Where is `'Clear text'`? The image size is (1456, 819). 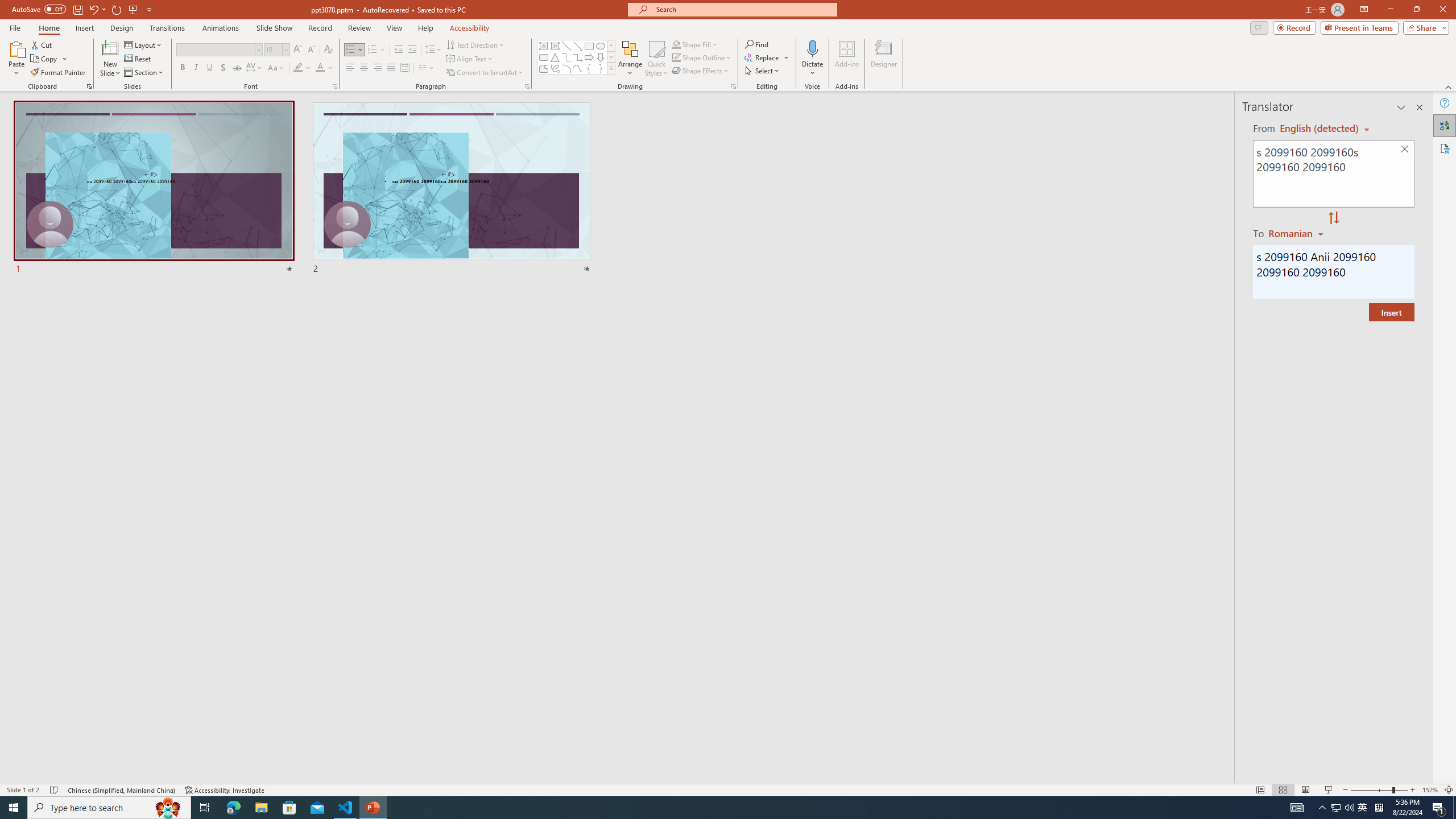 'Clear text' is located at coordinates (1405, 150).